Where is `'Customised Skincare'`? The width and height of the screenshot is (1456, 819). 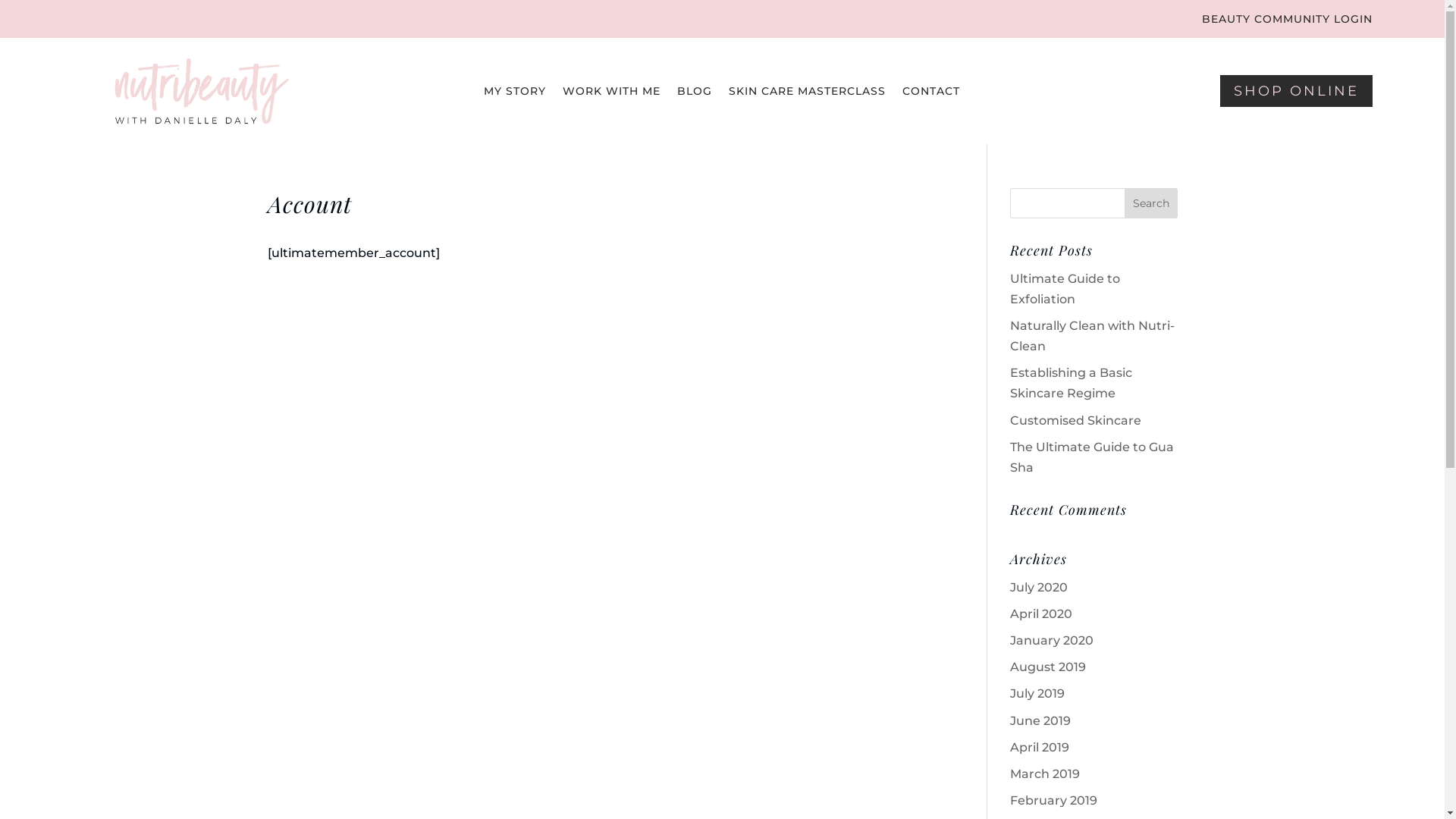 'Customised Skincare' is located at coordinates (1075, 420).